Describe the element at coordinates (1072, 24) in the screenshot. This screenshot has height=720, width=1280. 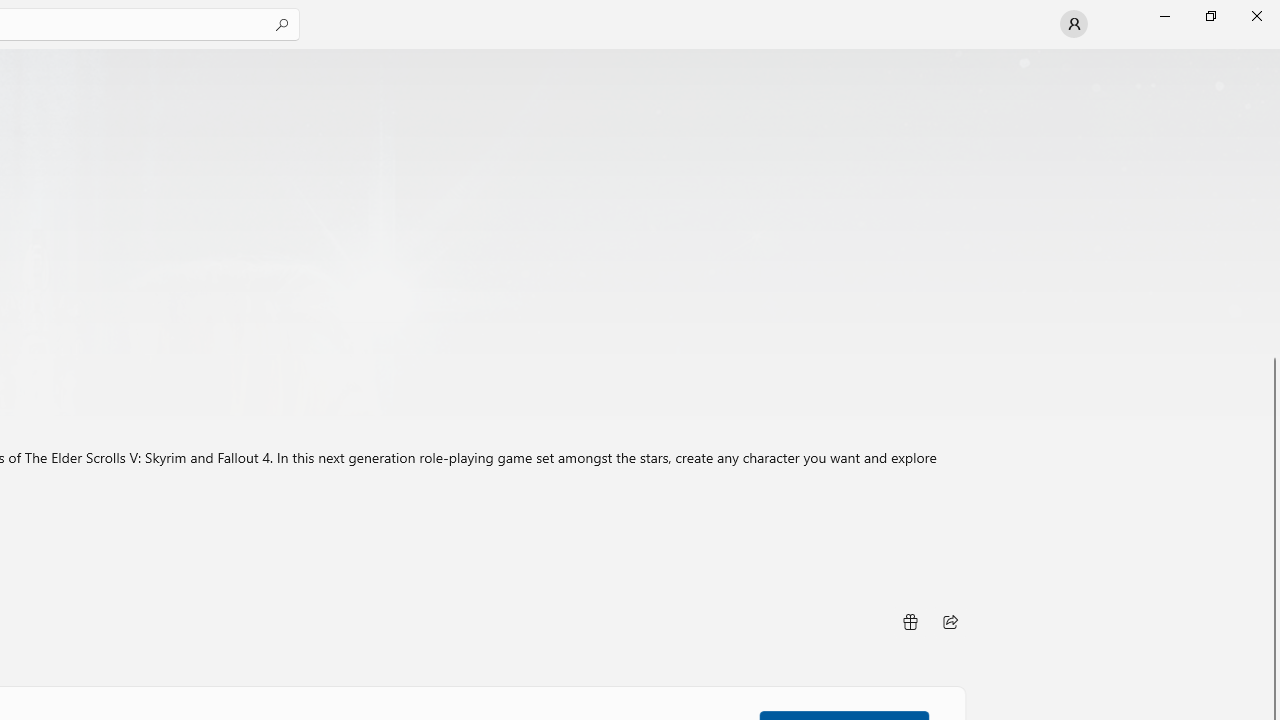
I see `'User profile'` at that location.